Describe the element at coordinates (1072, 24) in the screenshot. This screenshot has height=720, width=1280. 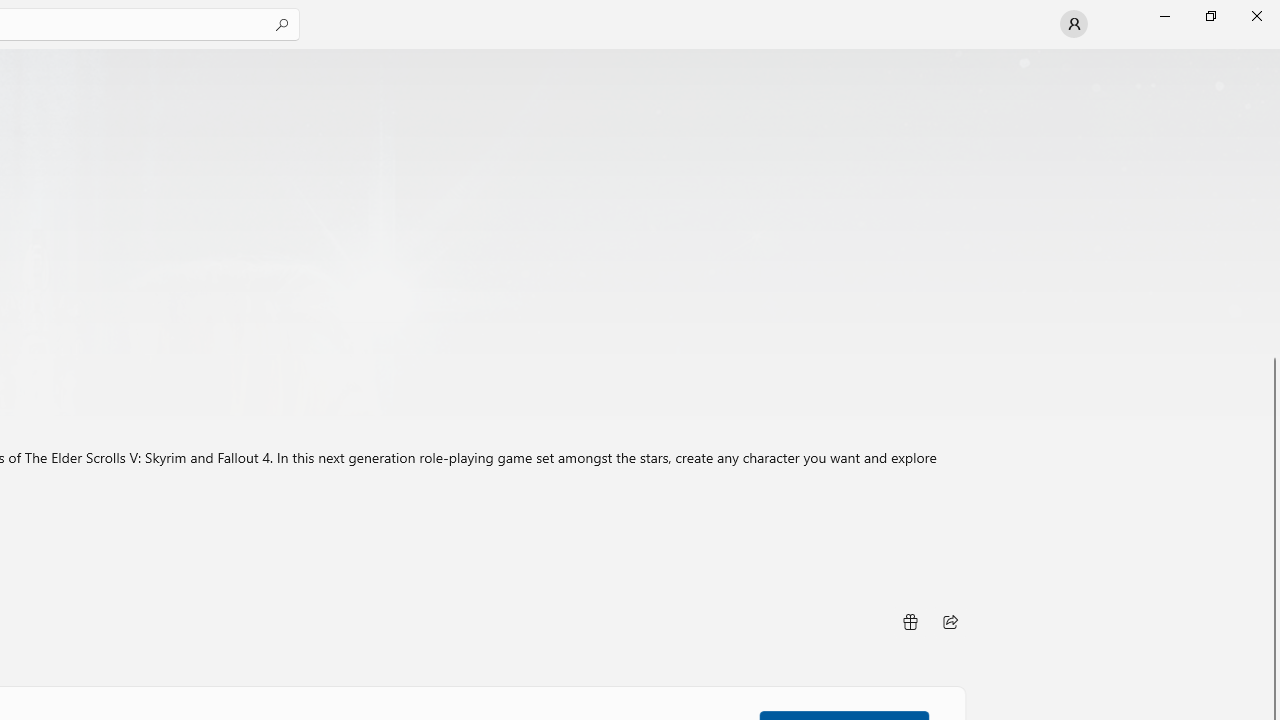
I see `'User profile'` at that location.